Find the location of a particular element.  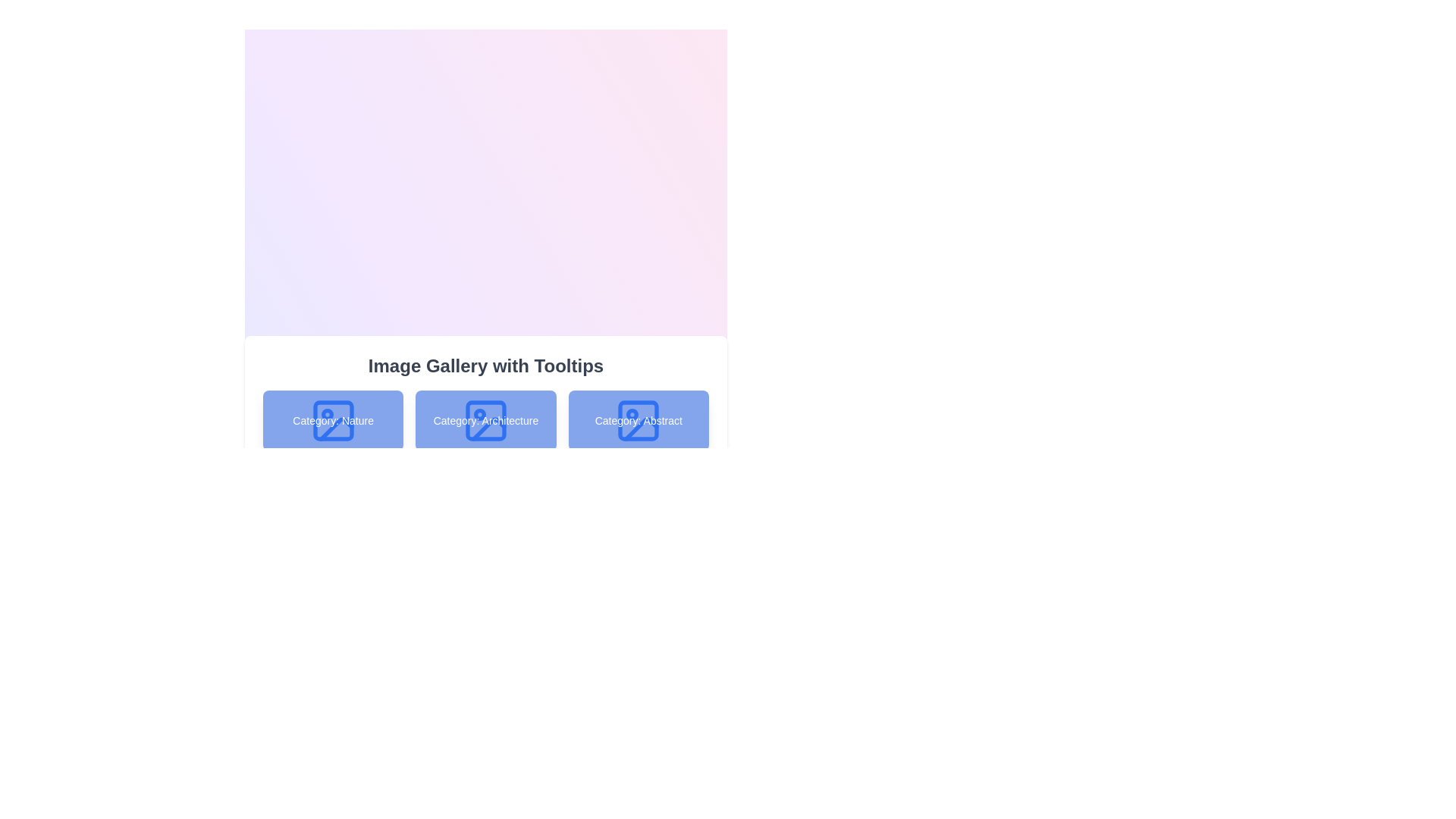

the blue SVG decorative icon representing a picture located at the center of the button labeled 'Category: Architecture' is located at coordinates (485, 421).